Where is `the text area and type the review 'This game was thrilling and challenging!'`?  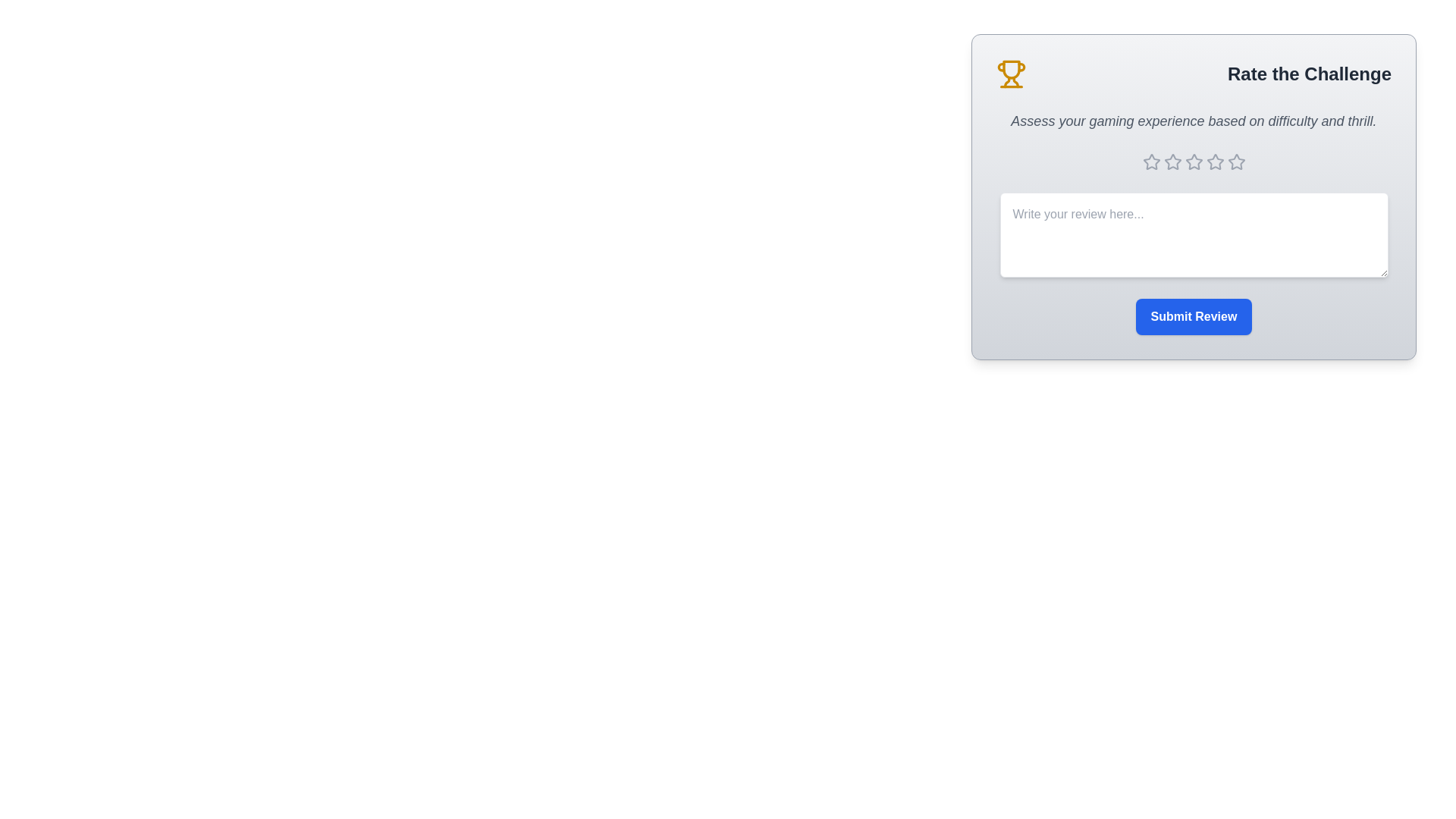
the text area and type the review 'This game was thrilling and challenging!' is located at coordinates (1193, 234).